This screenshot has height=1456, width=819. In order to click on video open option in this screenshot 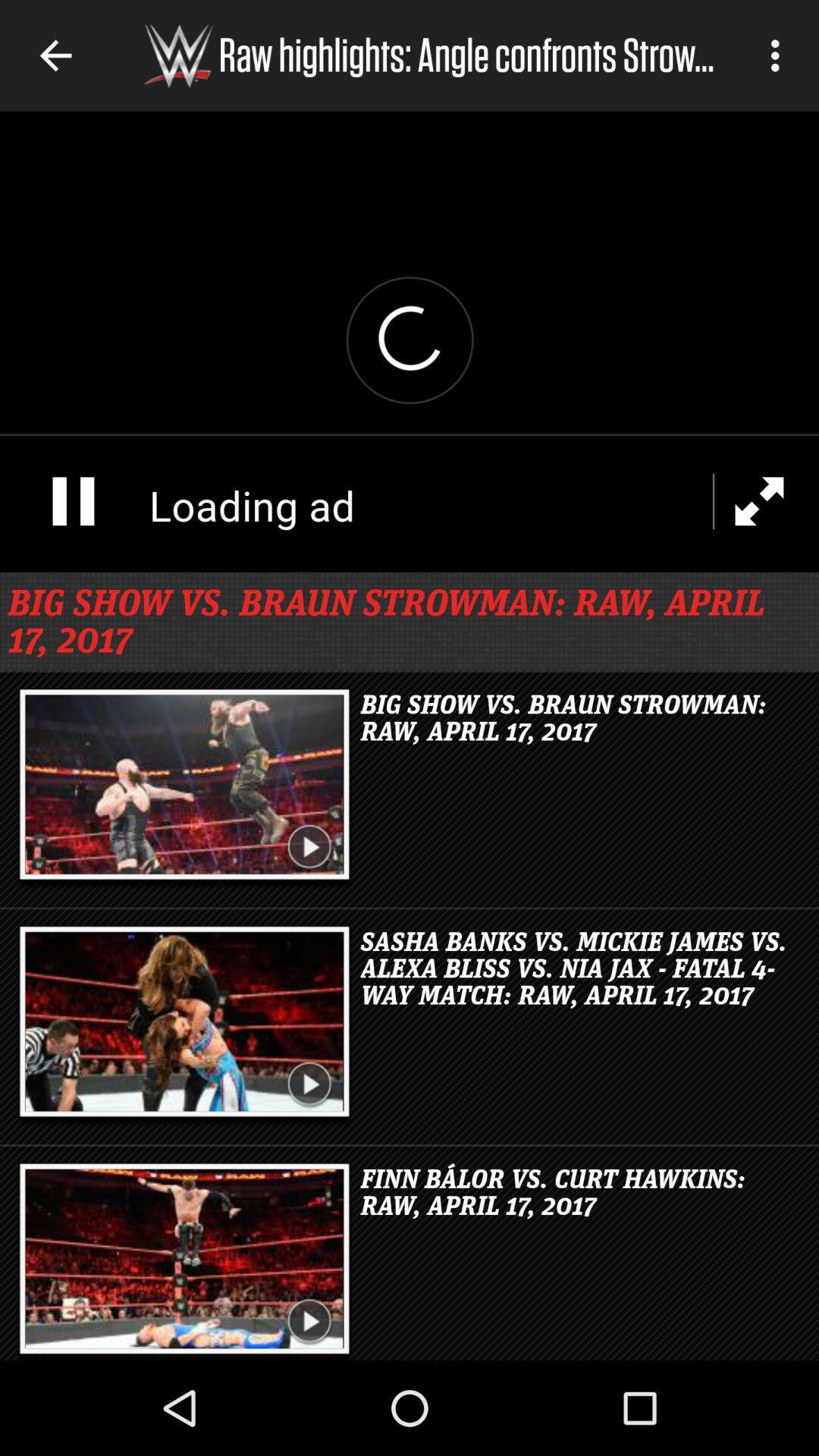, I will do `click(409, 340)`.